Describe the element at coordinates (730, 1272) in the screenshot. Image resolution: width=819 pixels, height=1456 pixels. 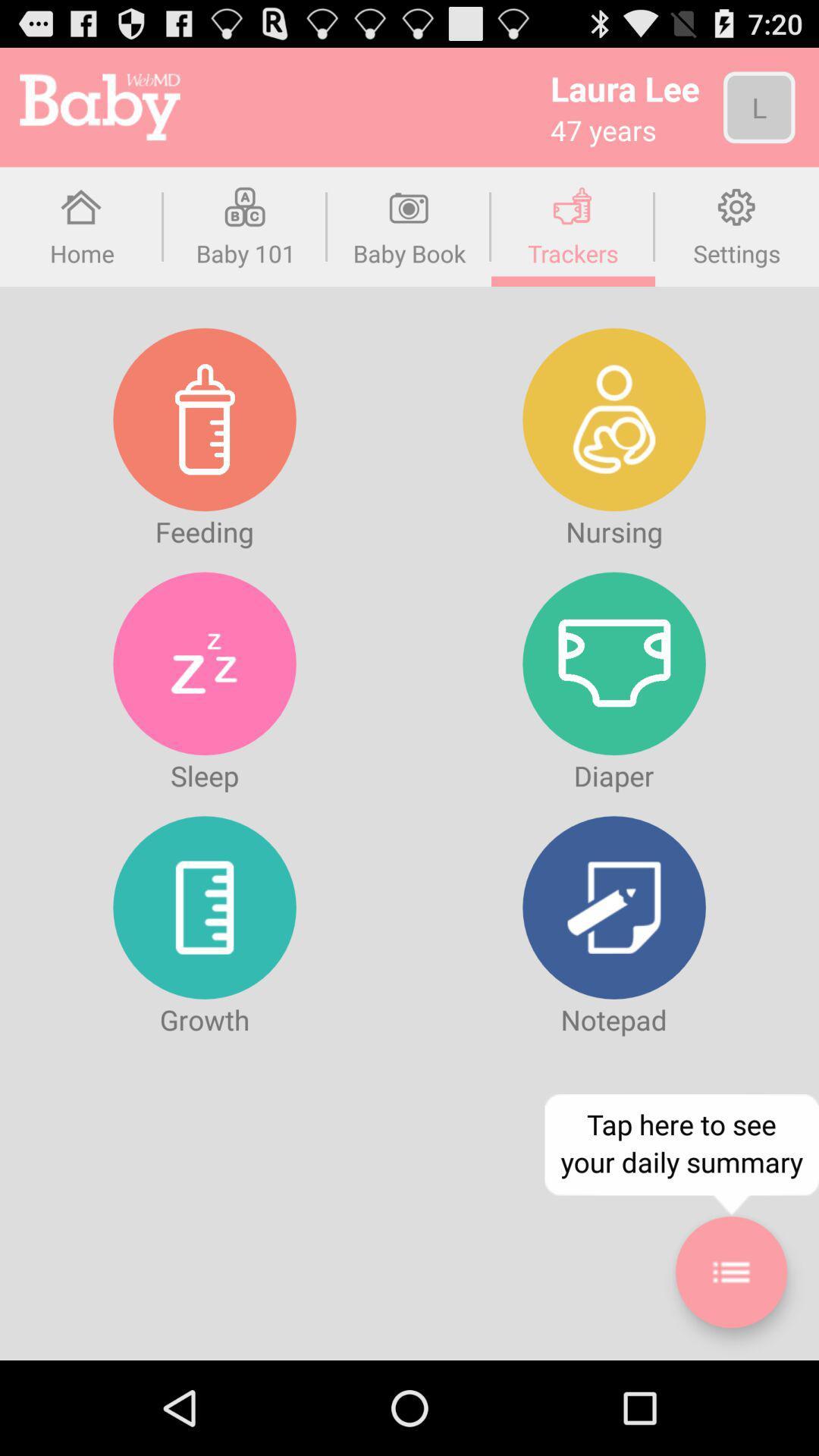
I see `daily summary` at that location.